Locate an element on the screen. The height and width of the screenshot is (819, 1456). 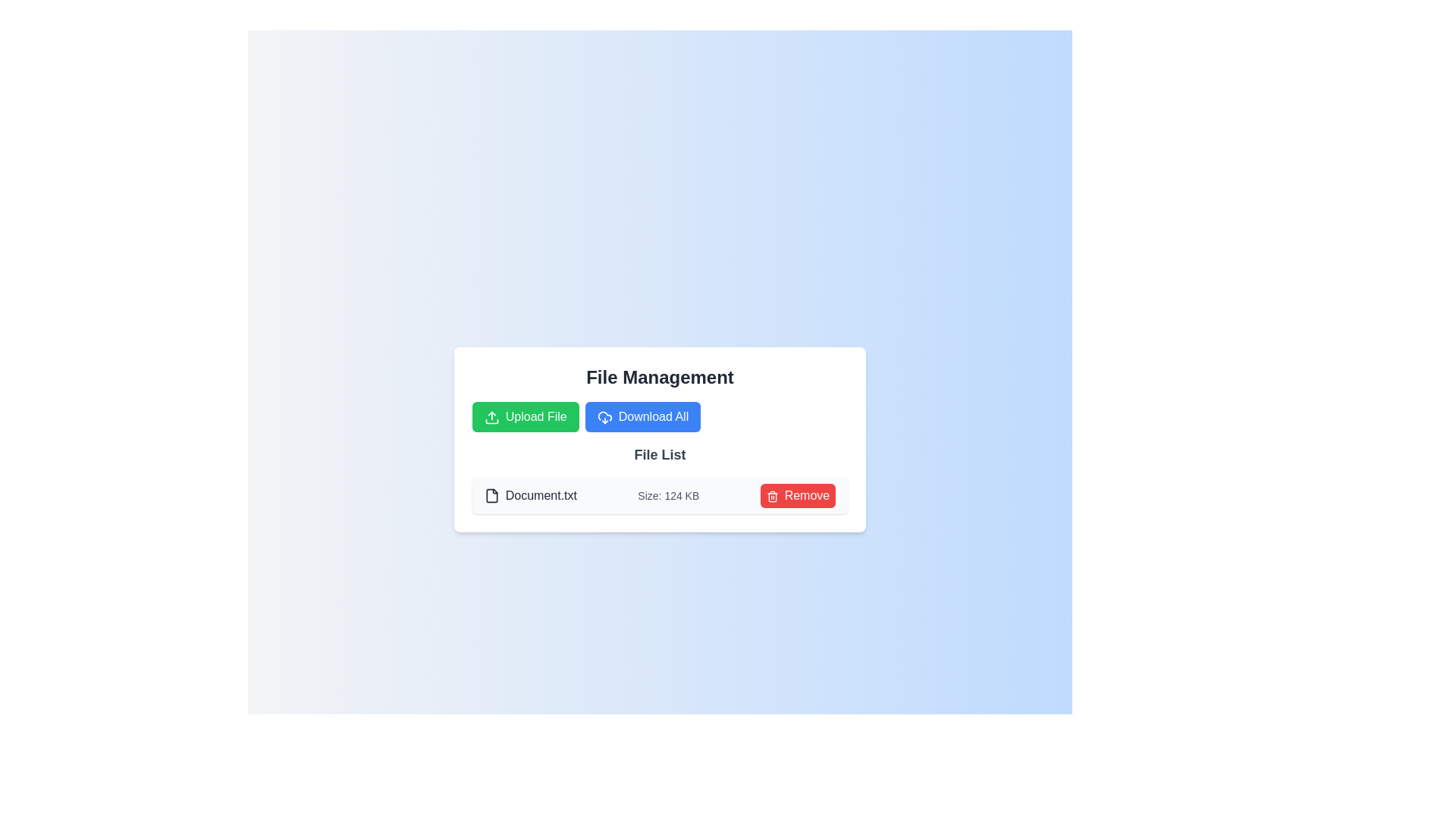
the cloud SVG icon located to the left of the 'Download All' text, which serves as a functional button component is located at coordinates (604, 417).